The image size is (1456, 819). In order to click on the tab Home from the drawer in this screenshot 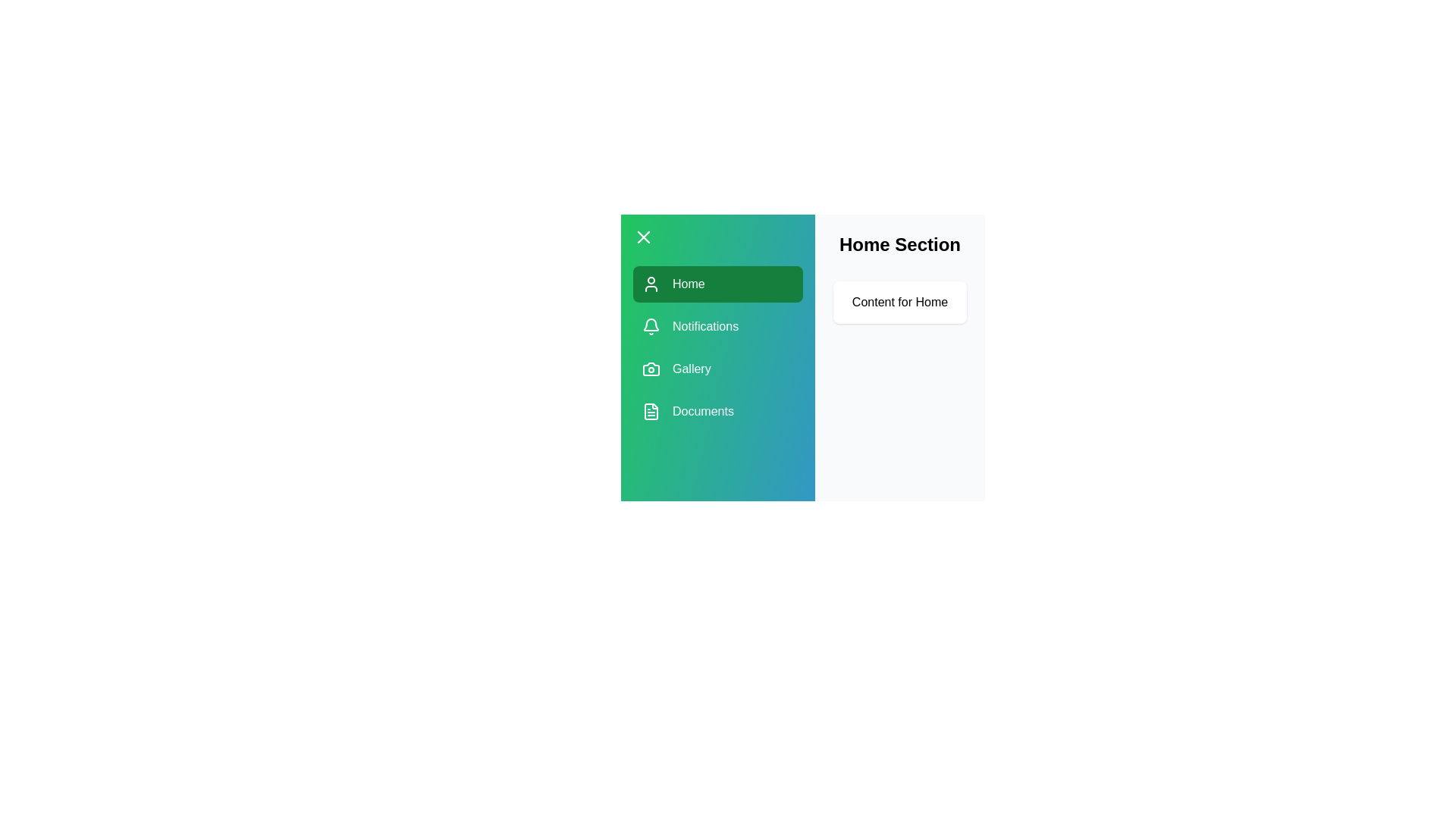, I will do `click(717, 284)`.